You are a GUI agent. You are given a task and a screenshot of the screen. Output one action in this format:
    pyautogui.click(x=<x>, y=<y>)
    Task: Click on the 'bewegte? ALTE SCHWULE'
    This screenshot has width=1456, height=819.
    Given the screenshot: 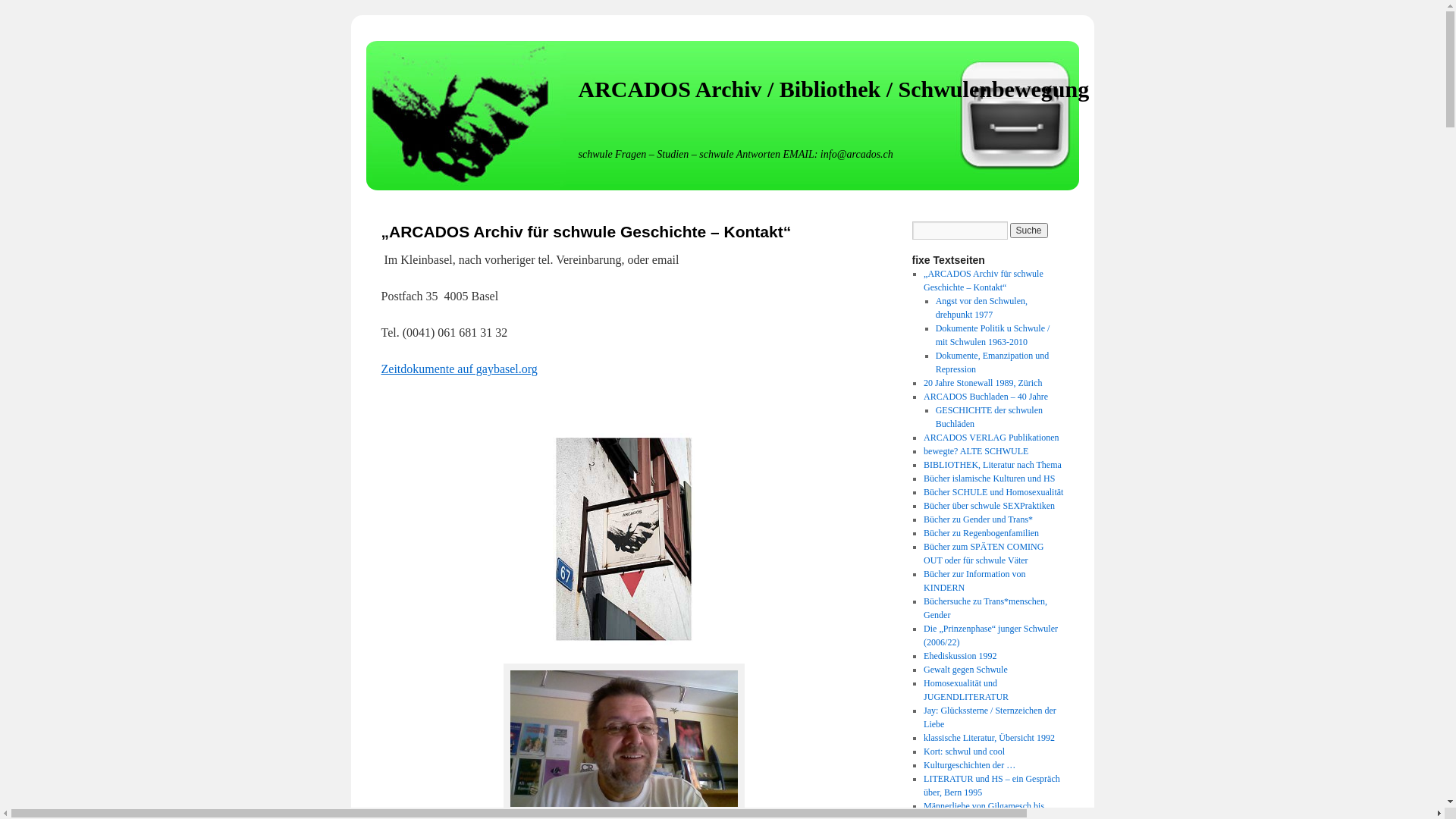 What is the action you would take?
    pyautogui.click(x=975, y=450)
    